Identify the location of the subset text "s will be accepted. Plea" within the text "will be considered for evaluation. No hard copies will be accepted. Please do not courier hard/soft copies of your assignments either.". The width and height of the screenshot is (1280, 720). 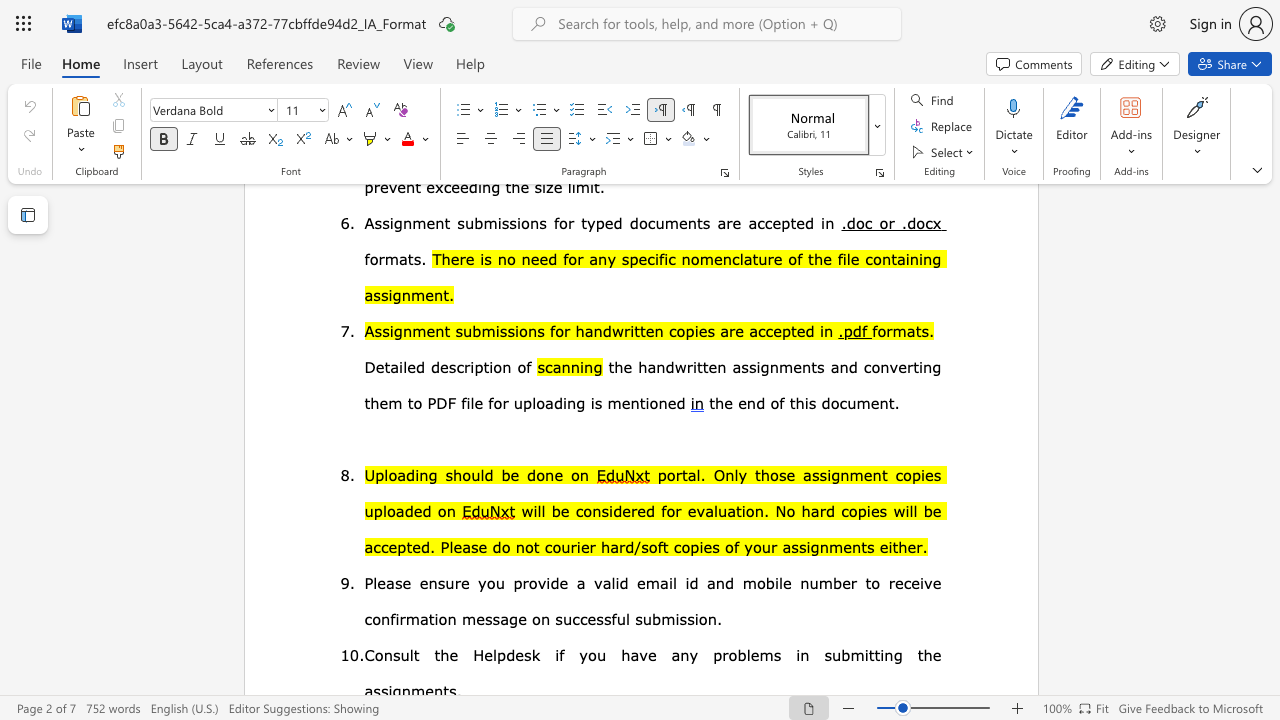
(879, 509).